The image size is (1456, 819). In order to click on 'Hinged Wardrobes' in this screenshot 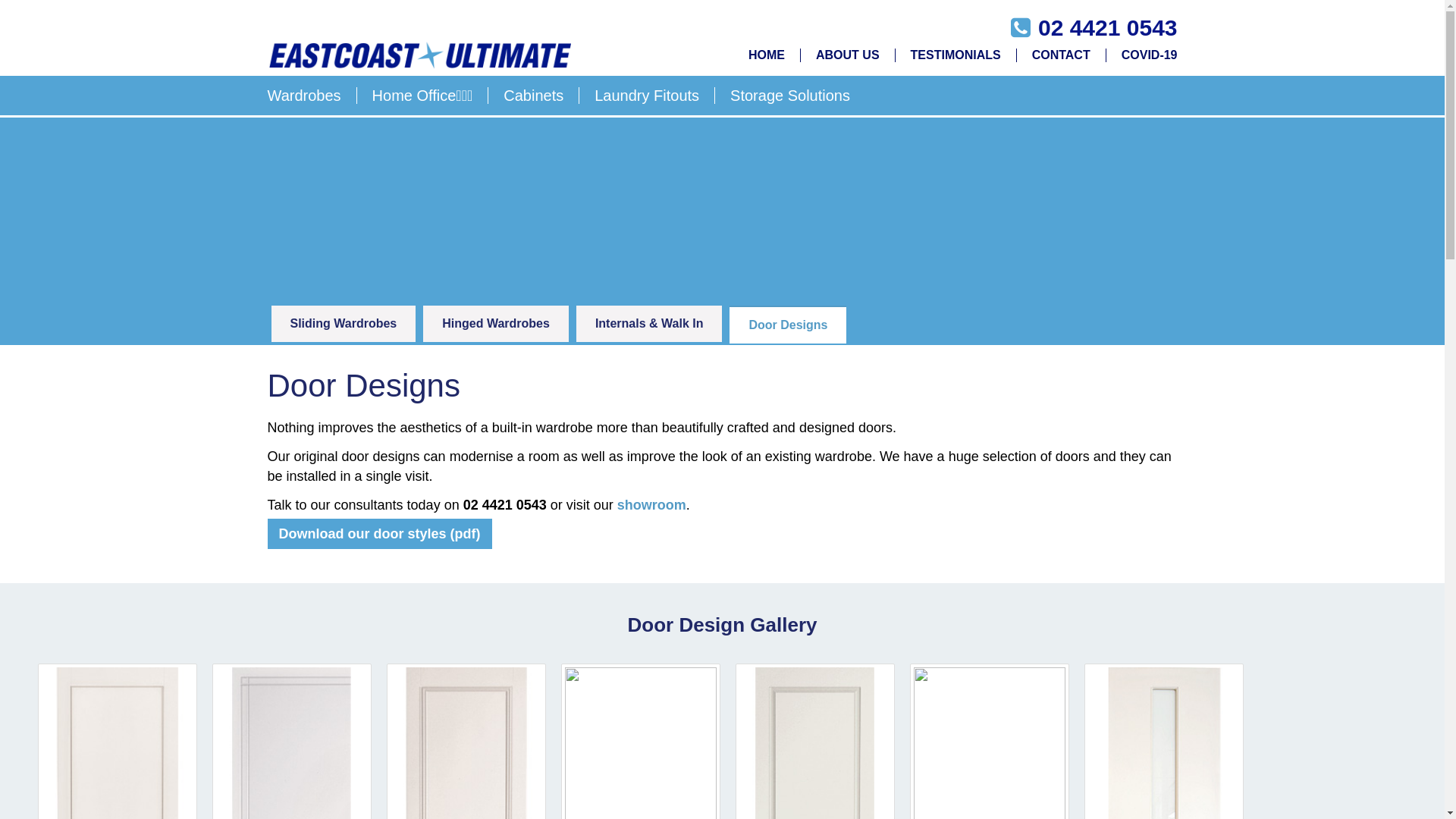, I will do `click(495, 323)`.